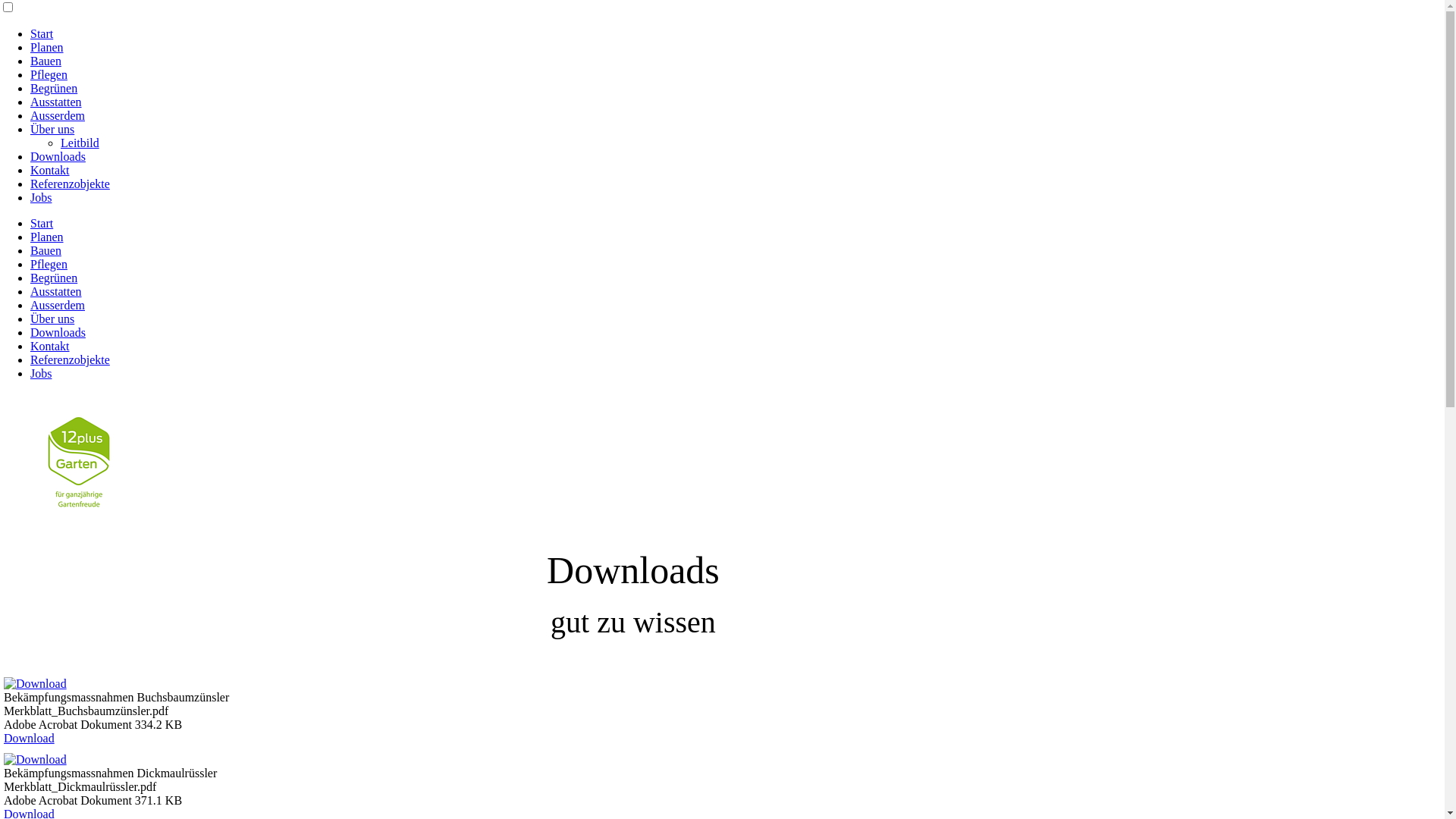 The height and width of the screenshot is (819, 1456). Describe the element at coordinates (50, 170) in the screenshot. I see `'Kontakt'` at that location.